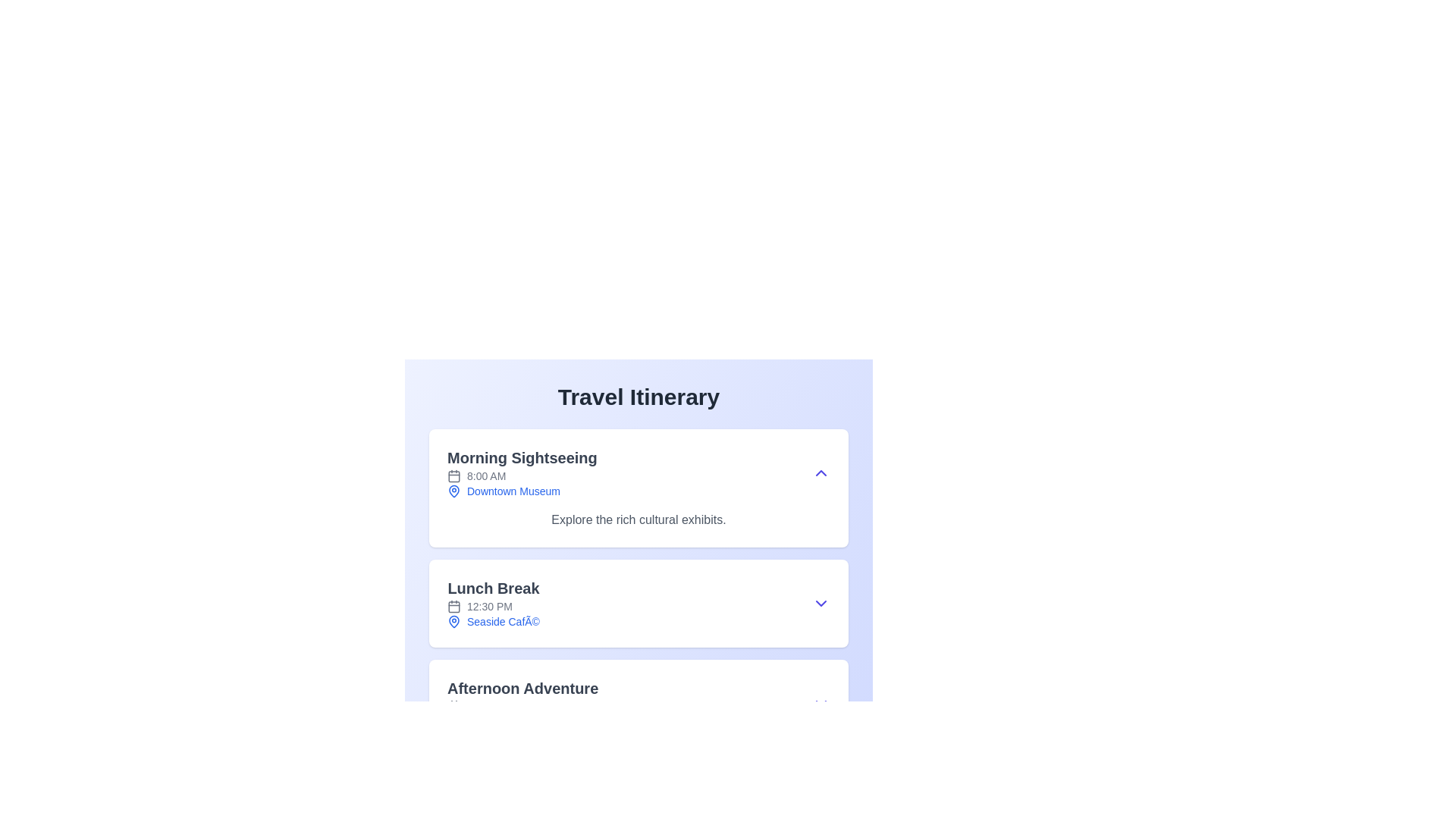 The width and height of the screenshot is (1456, 819). Describe the element at coordinates (821, 472) in the screenshot. I see `the chevron-up icon styled in indigo color located at the far-right of the 'Morning Sightseeing' section, aligned with the title` at that location.